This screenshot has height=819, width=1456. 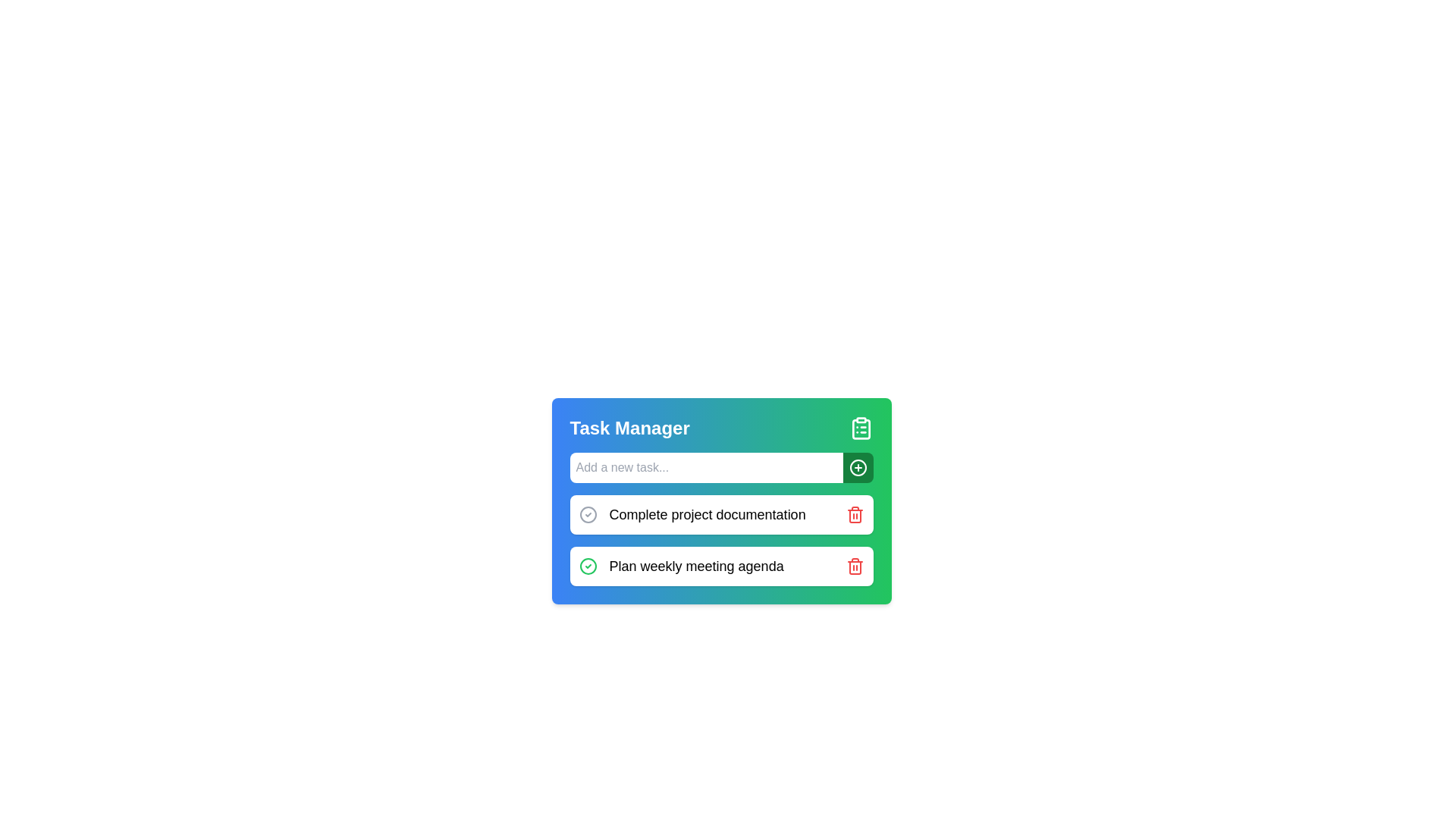 What do you see at coordinates (858, 467) in the screenshot?
I see `the button used to trigger the addition of a new task, located to the immediate right of the task input field in the task management panel` at bounding box center [858, 467].